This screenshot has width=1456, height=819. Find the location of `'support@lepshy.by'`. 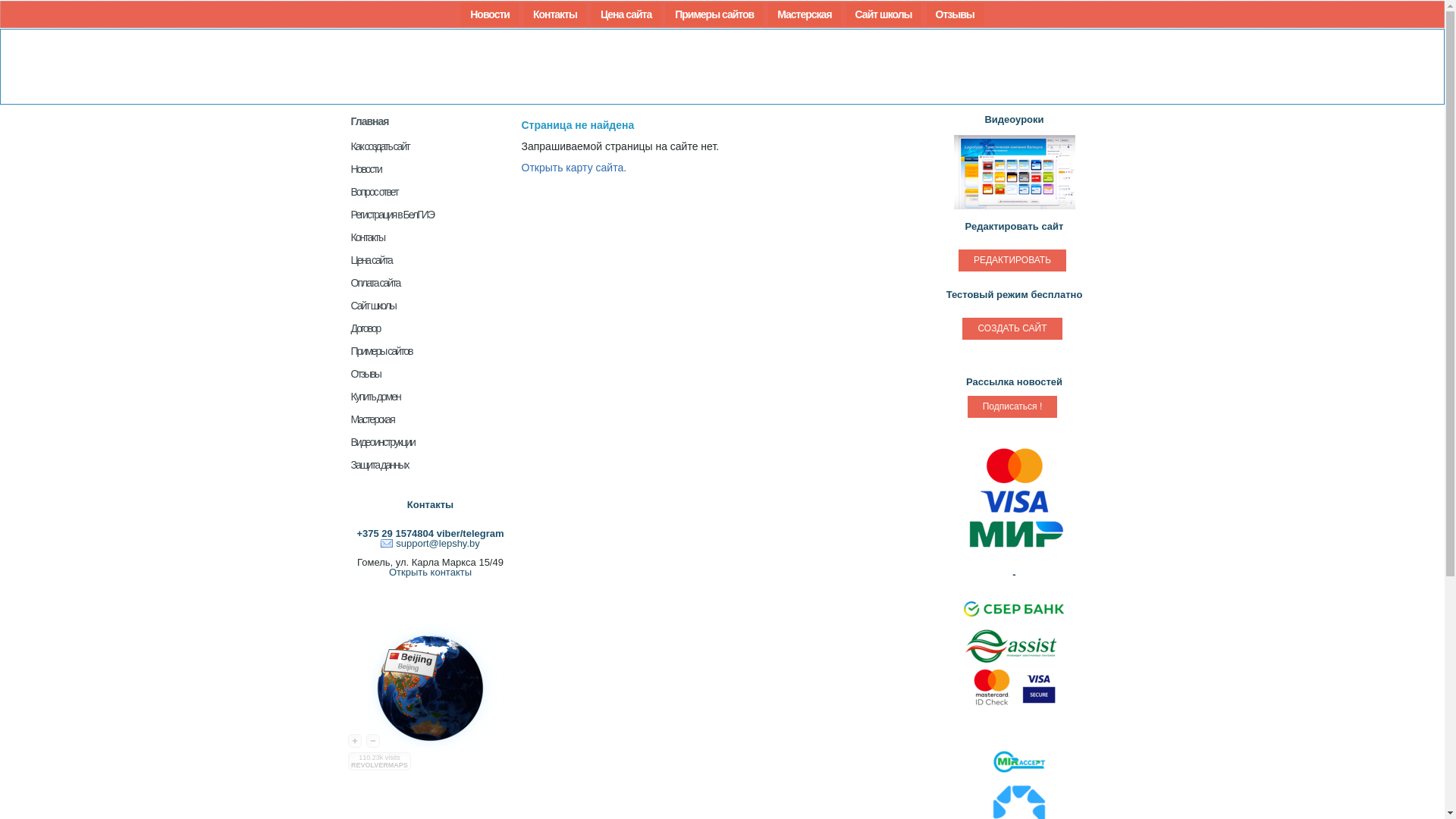

'support@lepshy.by' is located at coordinates (429, 542).